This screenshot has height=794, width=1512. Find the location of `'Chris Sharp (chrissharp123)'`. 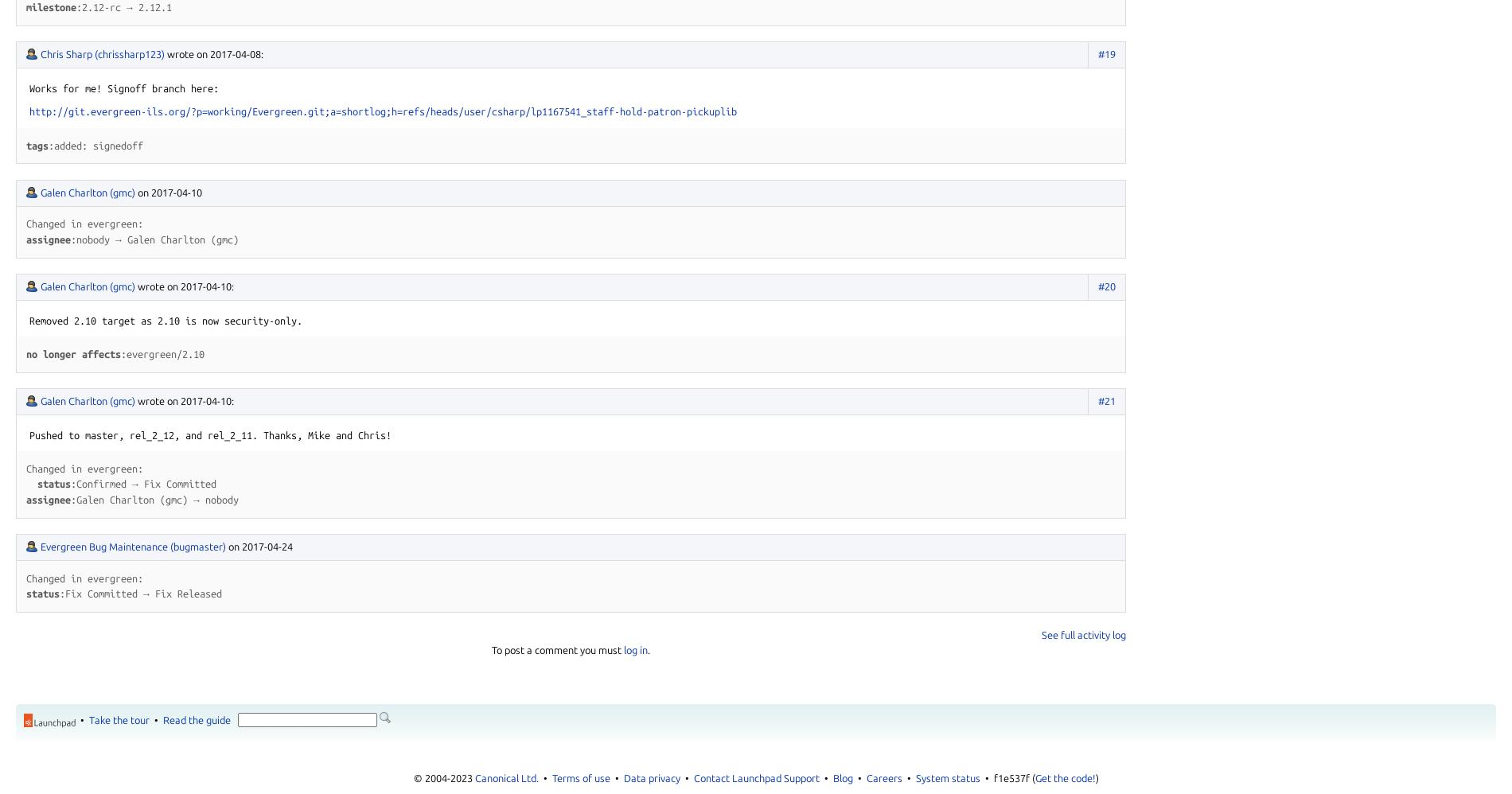

'Chris Sharp (chrissharp123)' is located at coordinates (40, 53).